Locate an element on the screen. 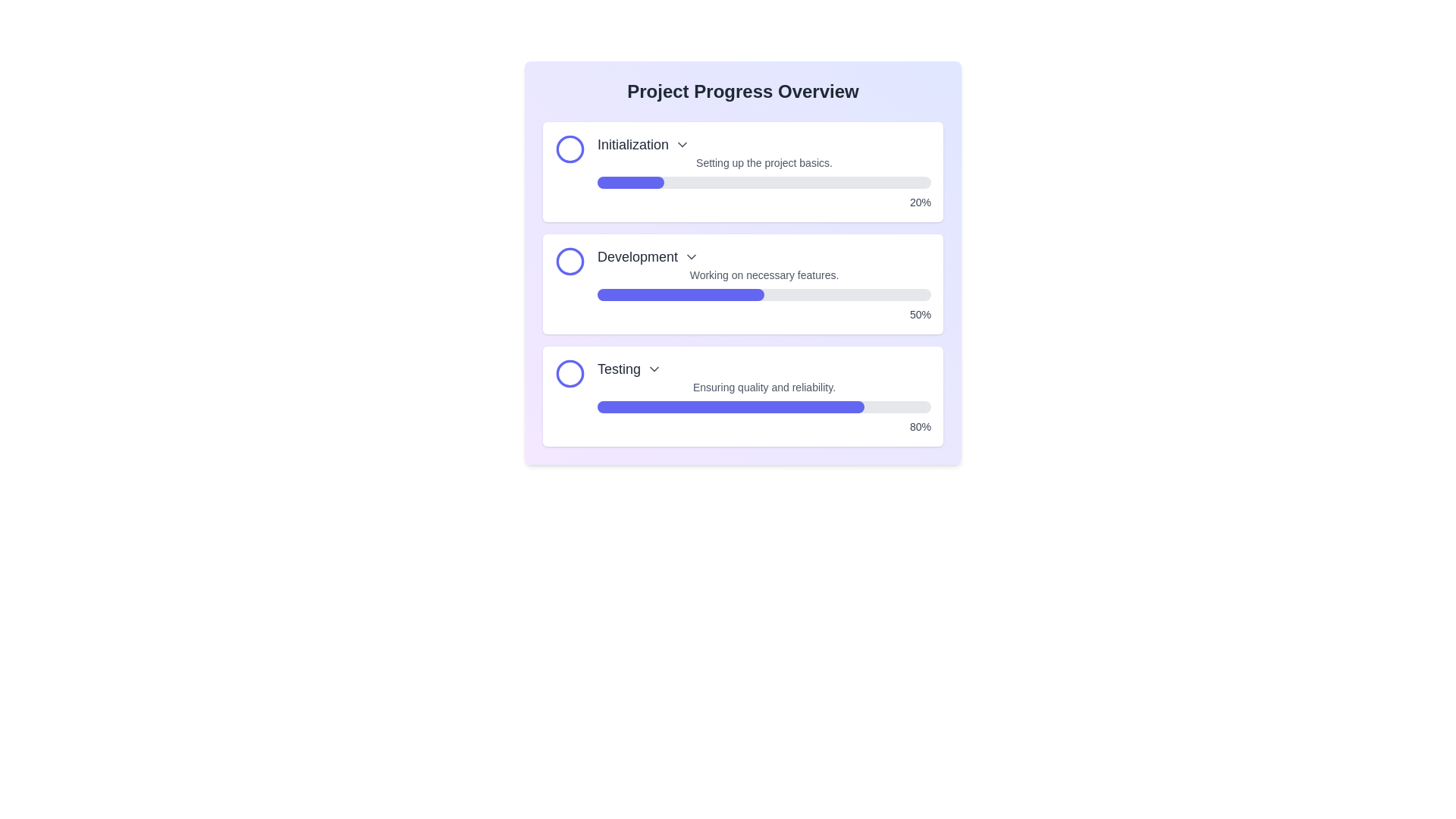 The height and width of the screenshot is (819, 1456). the blue progress bar segment indicating 50% completion of the task within the horizontal progress bar labeled 'Development' is located at coordinates (679, 295).